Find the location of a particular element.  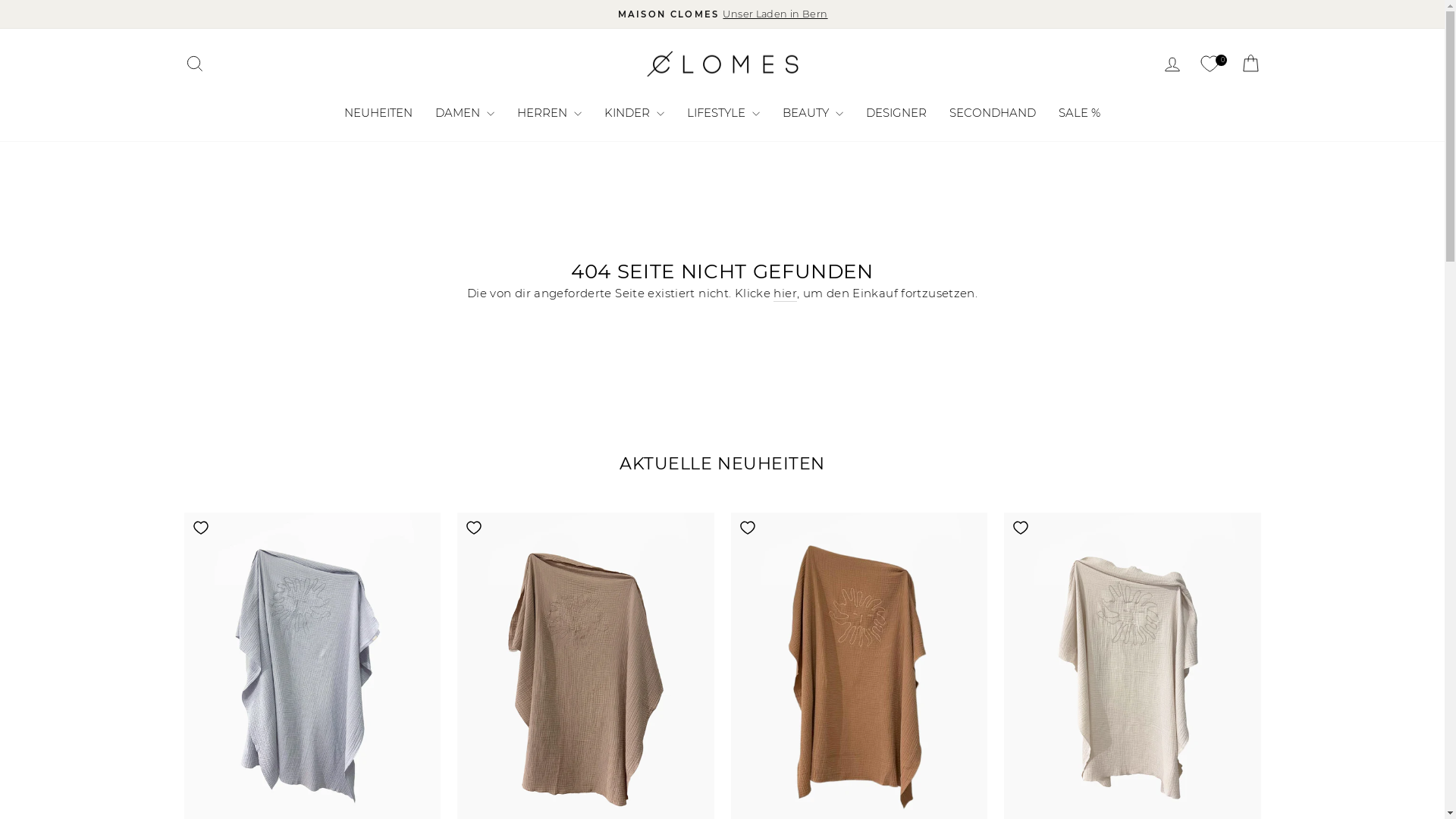

'NEUHEITEN' is located at coordinates (331, 111).